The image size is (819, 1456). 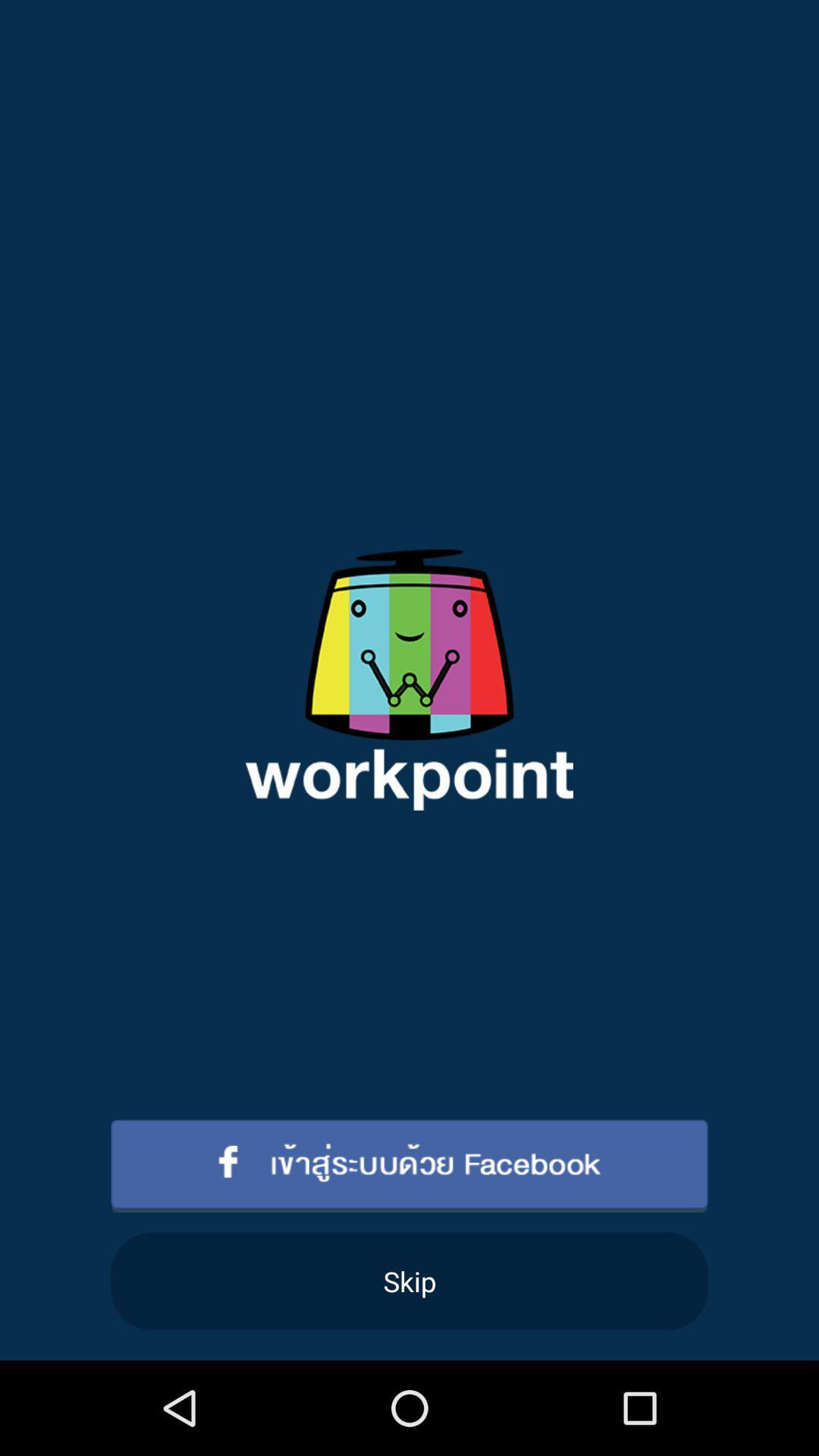 I want to click on sign in with facebook, so click(x=409, y=1165).